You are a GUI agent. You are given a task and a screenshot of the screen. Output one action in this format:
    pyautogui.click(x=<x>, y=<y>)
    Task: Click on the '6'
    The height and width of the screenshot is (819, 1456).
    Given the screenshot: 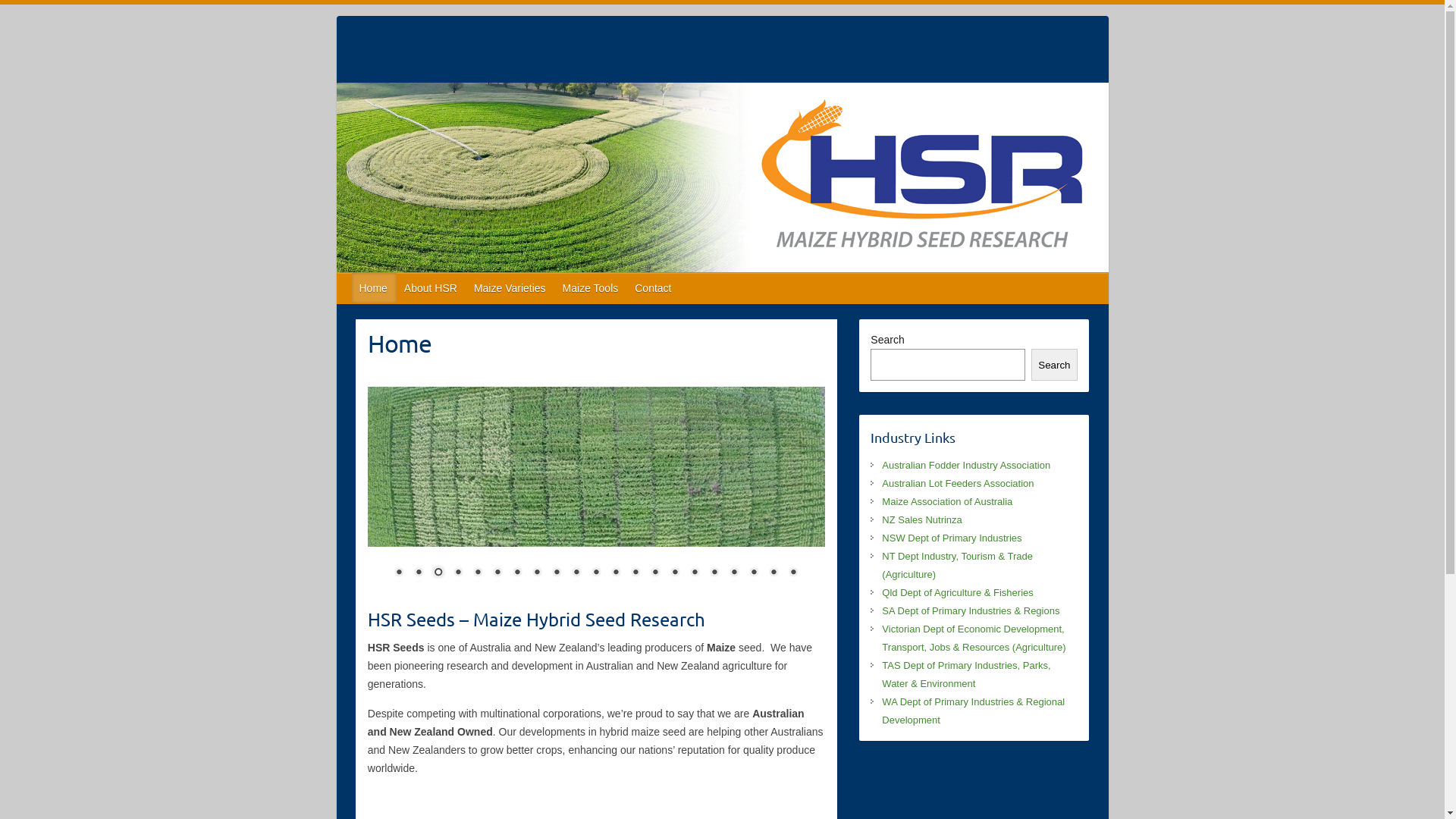 What is the action you would take?
    pyautogui.click(x=497, y=573)
    